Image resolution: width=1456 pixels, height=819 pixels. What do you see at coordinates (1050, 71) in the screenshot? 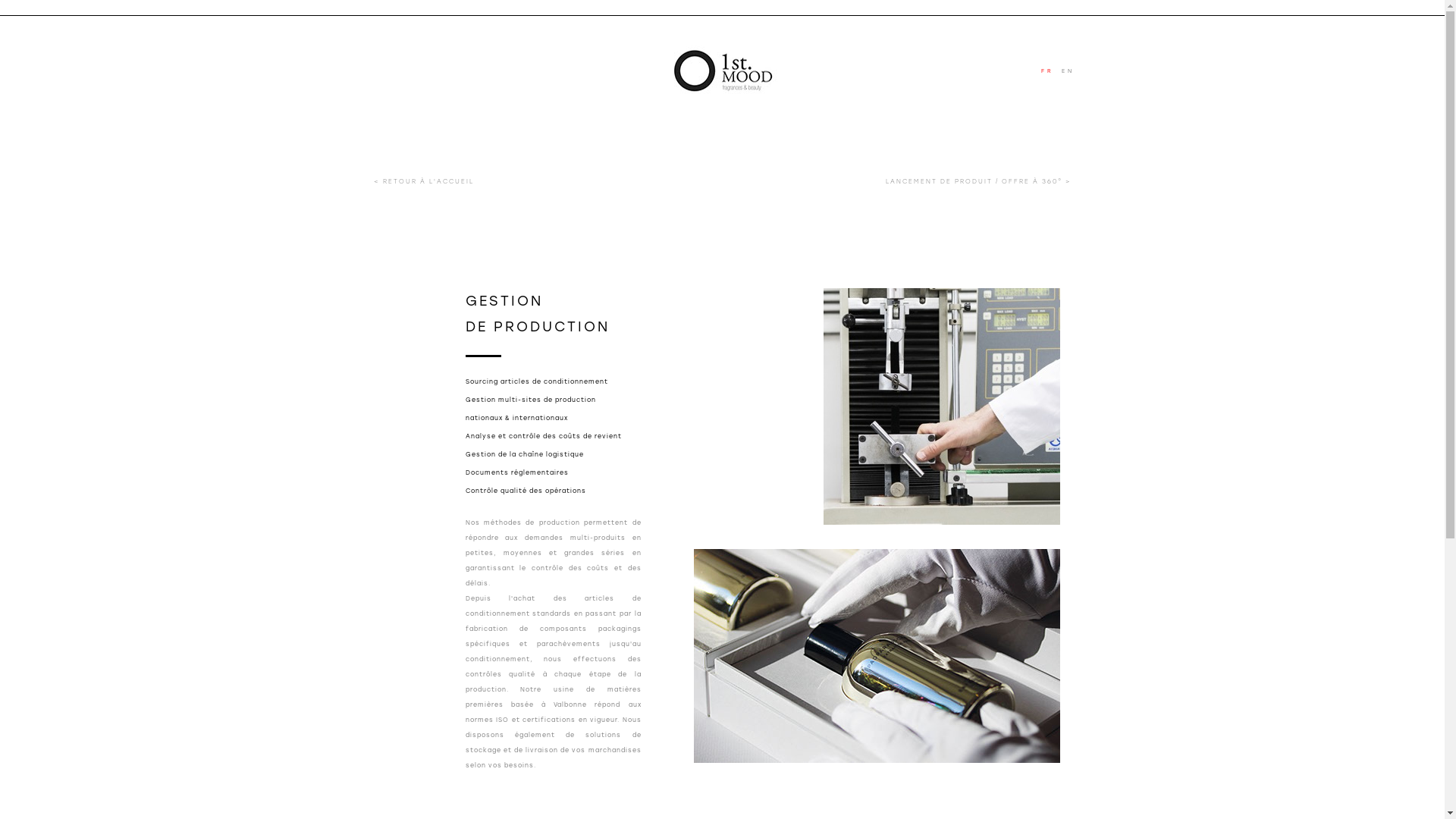
I see `'FR'` at bounding box center [1050, 71].